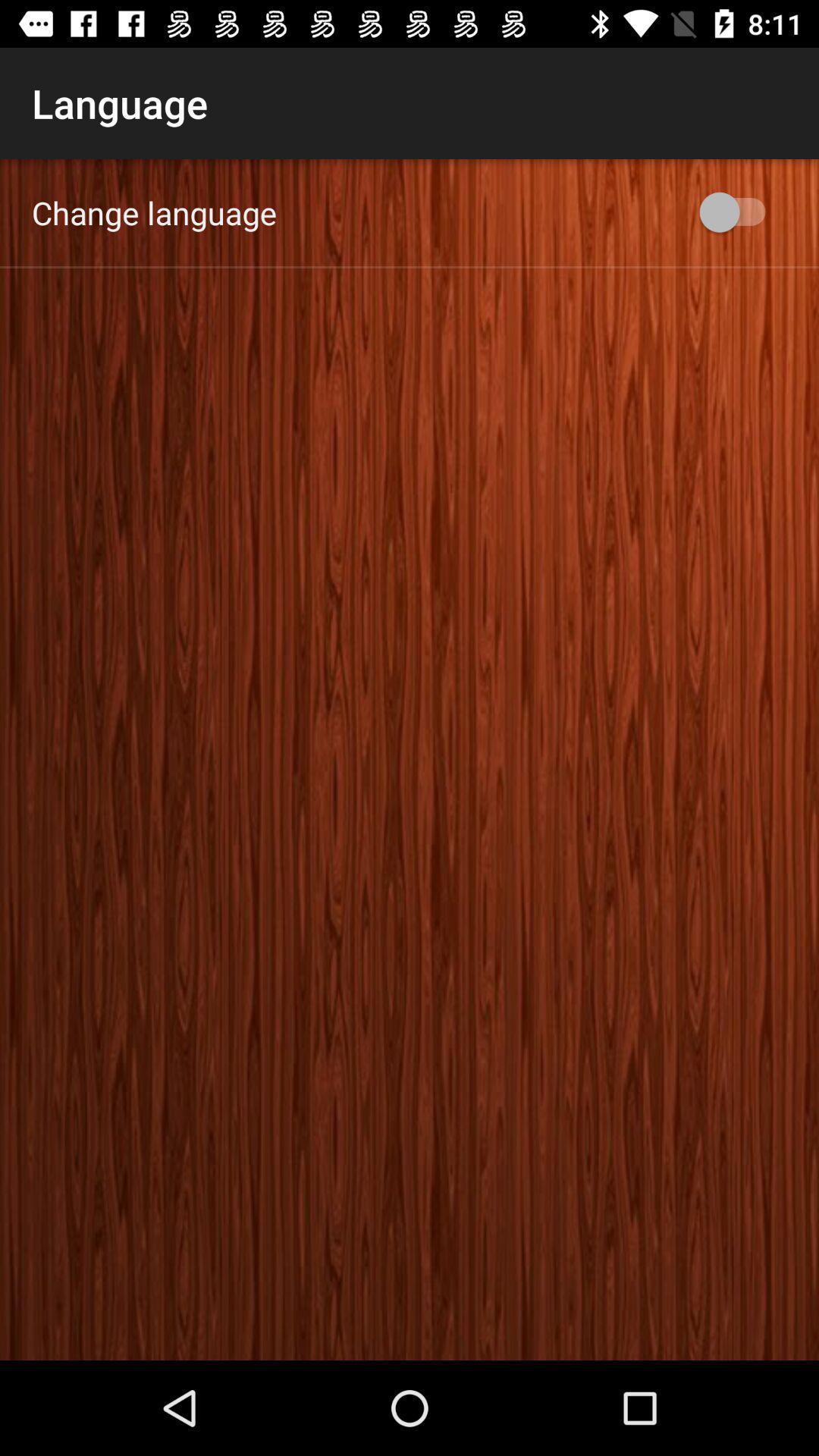  I want to click on the change language app, so click(154, 212).